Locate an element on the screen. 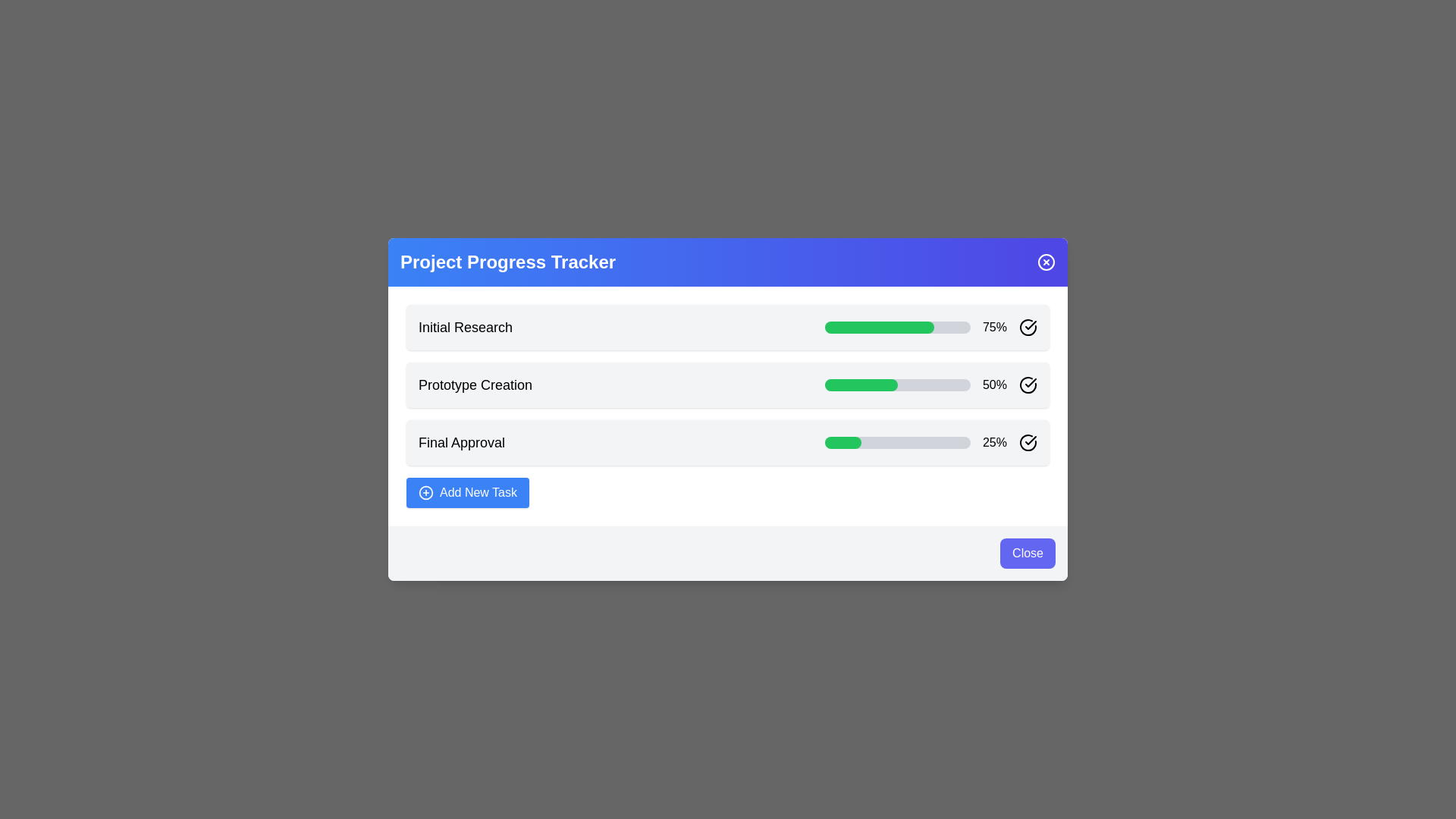  the current progress visually of the progress bar located in the third row of the task list labeled 'Final Approval' which represents 25% is located at coordinates (898, 442).